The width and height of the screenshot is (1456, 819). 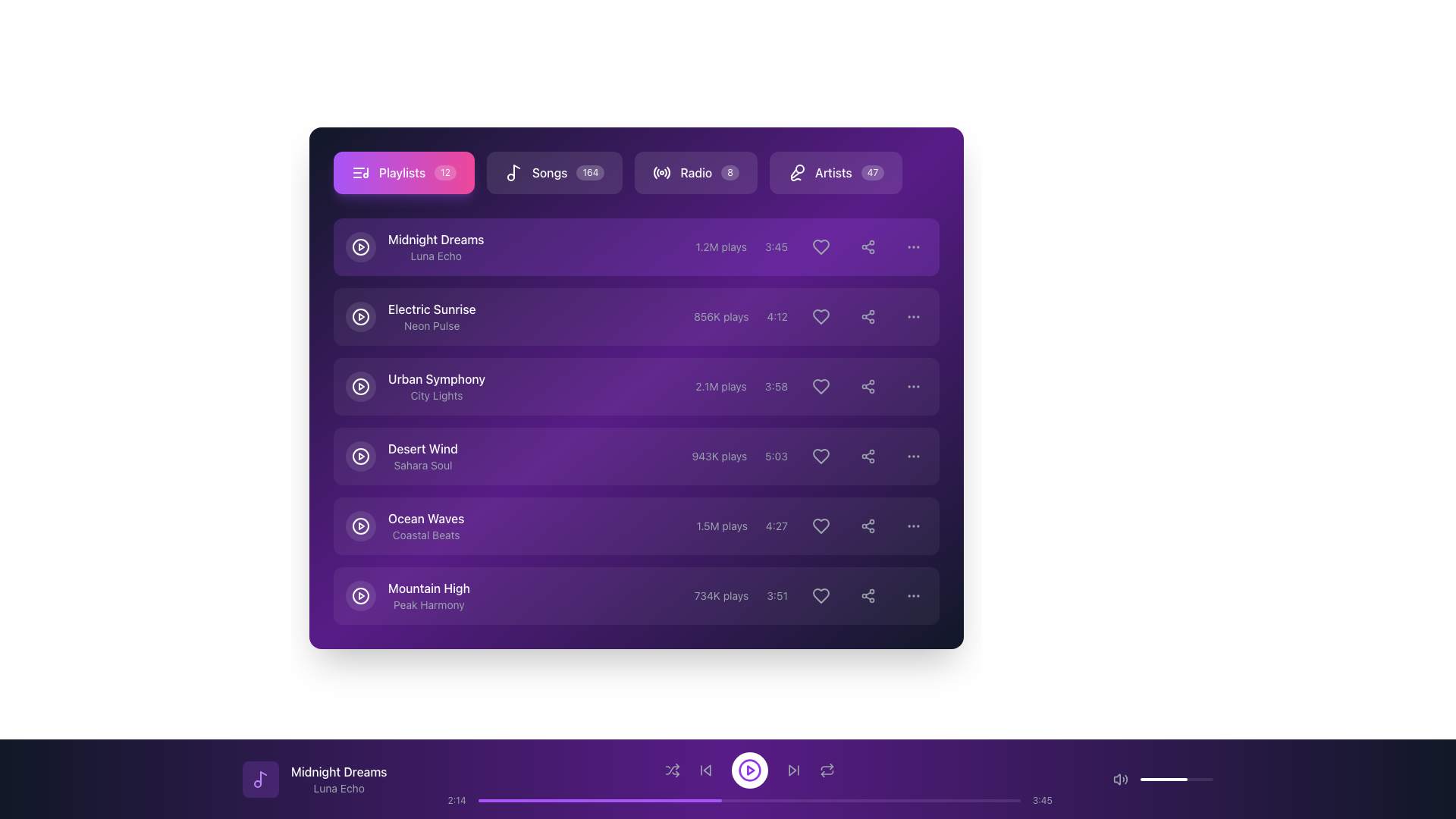 I want to click on the text label that provides supplementary information for 'Ocean Waves', located below the 'Ocean Waves' text in the fifth item of a vertically arranged list, so click(x=425, y=534).